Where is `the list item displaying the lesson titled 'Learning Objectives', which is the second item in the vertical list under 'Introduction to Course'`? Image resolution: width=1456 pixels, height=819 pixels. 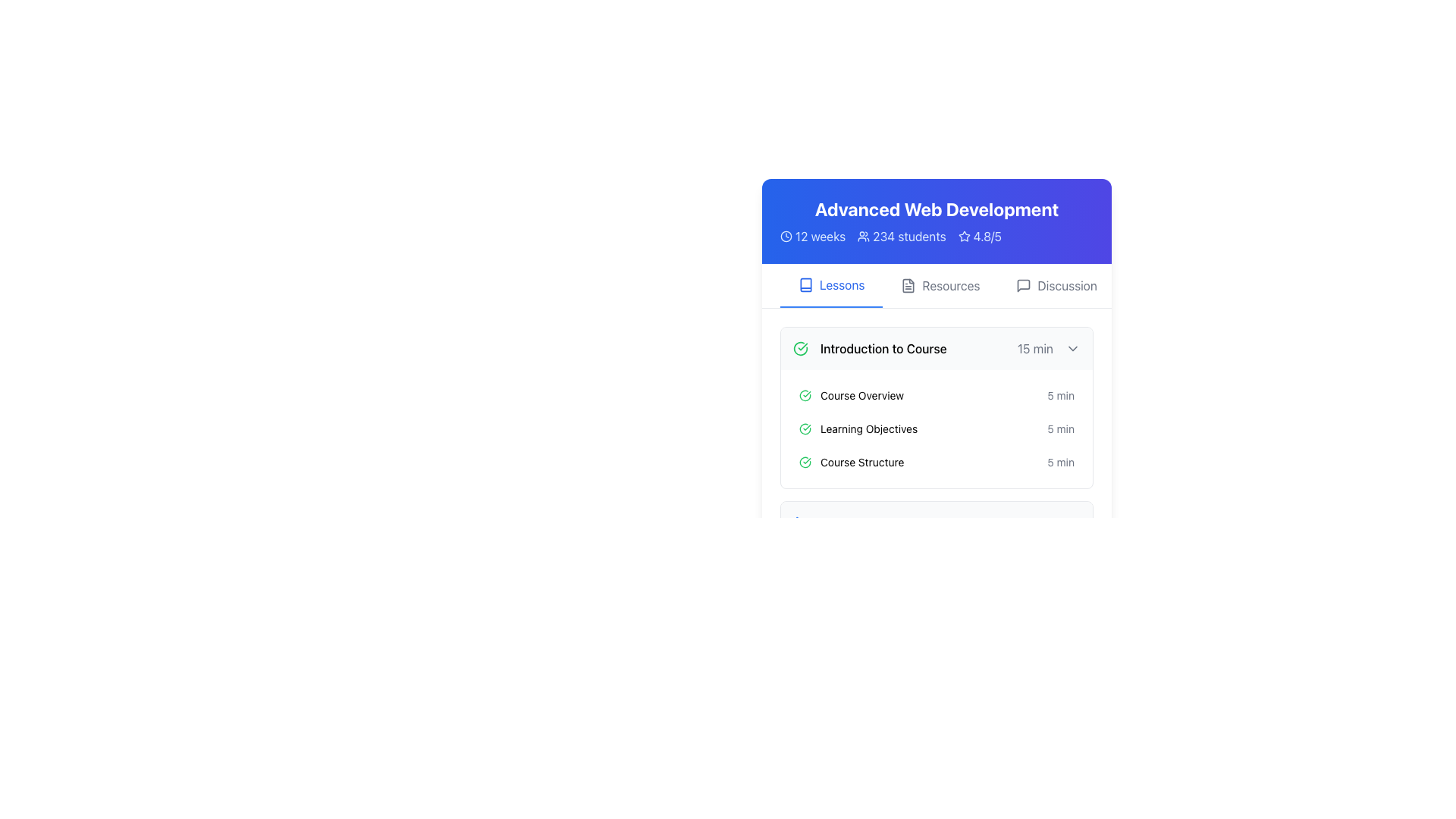 the list item displaying the lesson titled 'Learning Objectives', which is the second item in the vertical list under 'Introduction to Course' is located at coordinates (936, 435).